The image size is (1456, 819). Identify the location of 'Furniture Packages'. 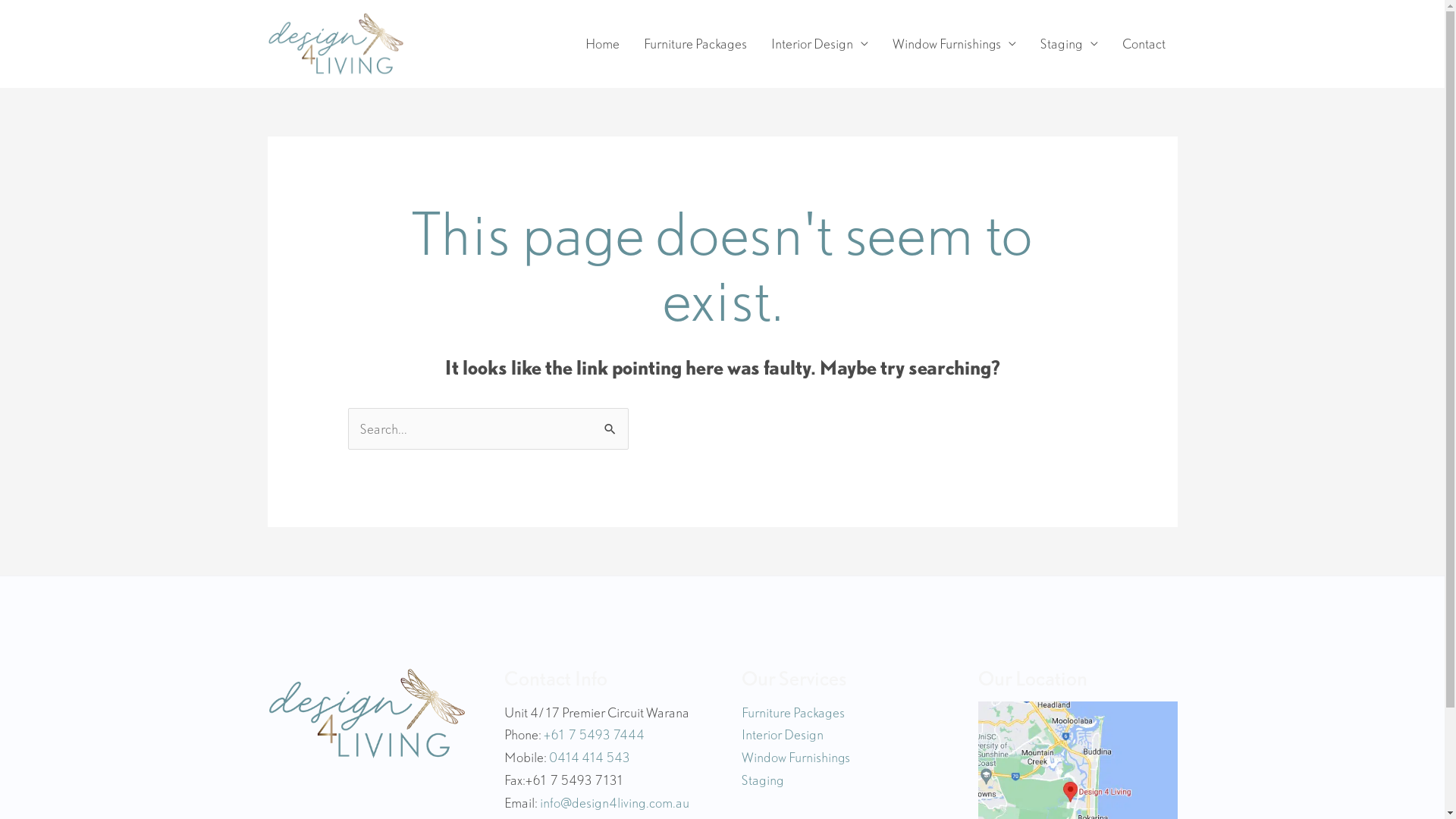
(694, 42).